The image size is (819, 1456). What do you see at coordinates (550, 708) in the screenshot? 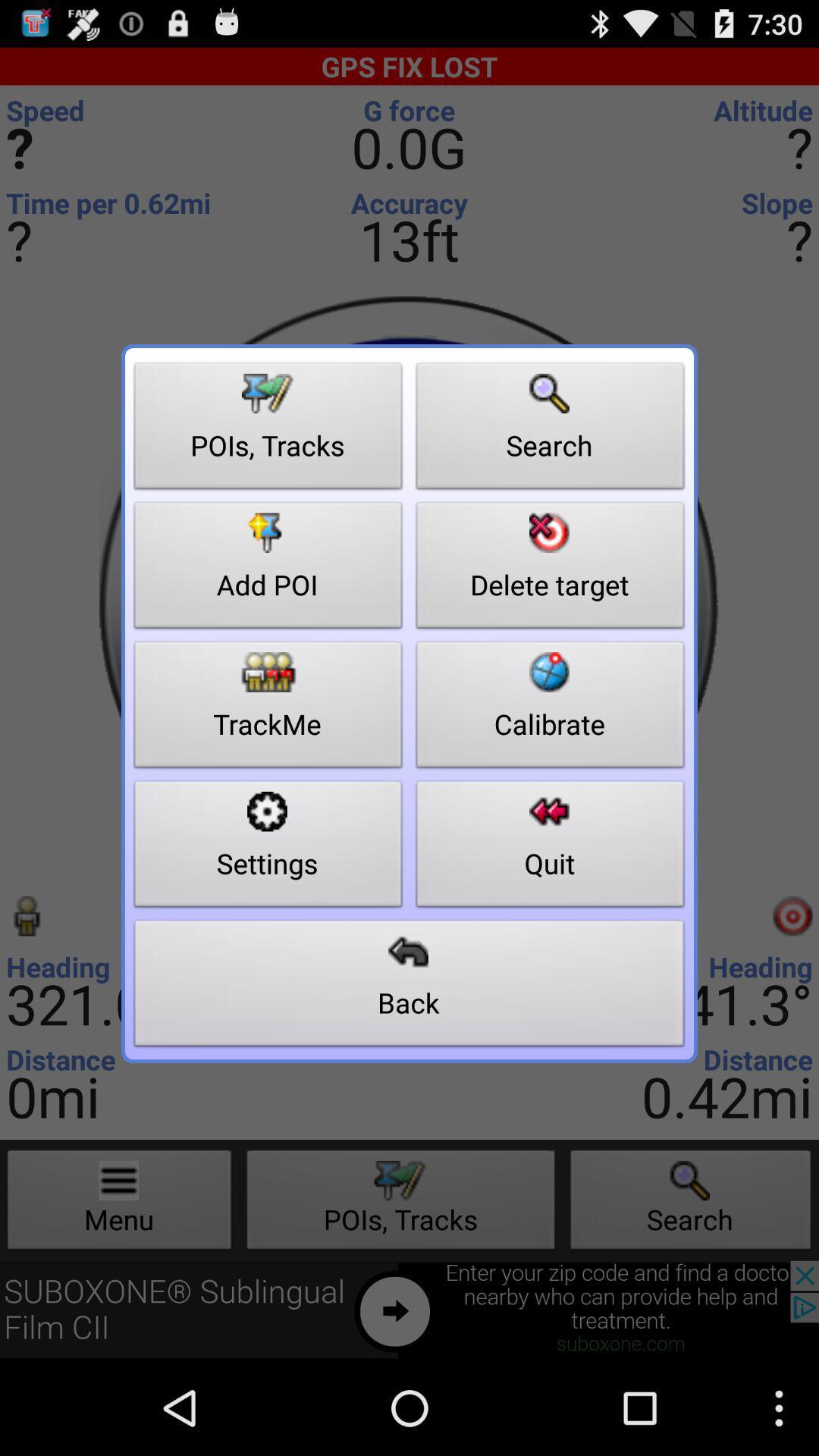
I see `icon to the right of add poi button` at bounding box center [550, 708].